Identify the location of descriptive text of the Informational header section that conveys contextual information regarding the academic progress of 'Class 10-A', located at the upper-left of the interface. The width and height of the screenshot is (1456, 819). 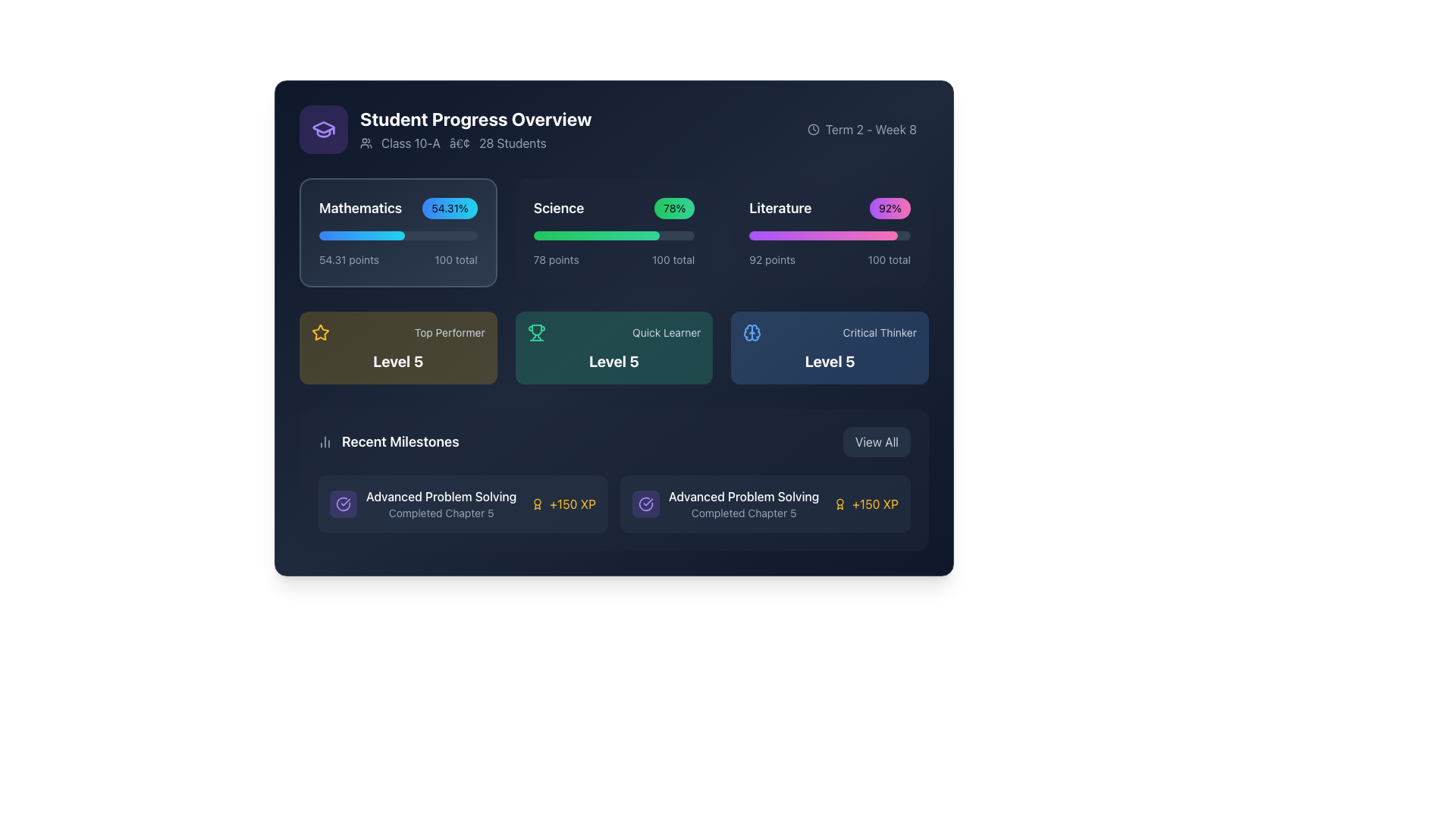
(444, 128).